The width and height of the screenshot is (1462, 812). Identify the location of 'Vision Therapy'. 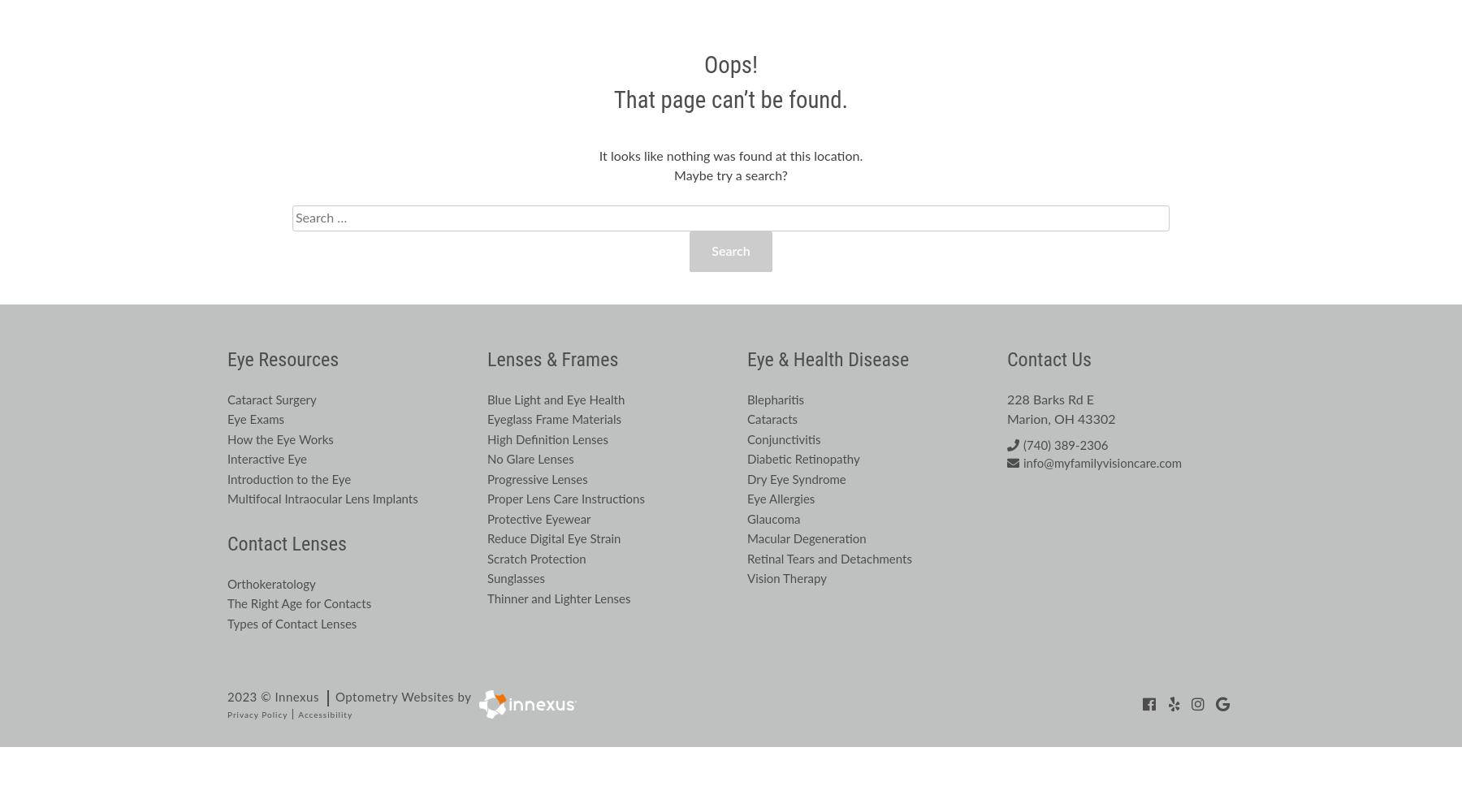
(785, 578).